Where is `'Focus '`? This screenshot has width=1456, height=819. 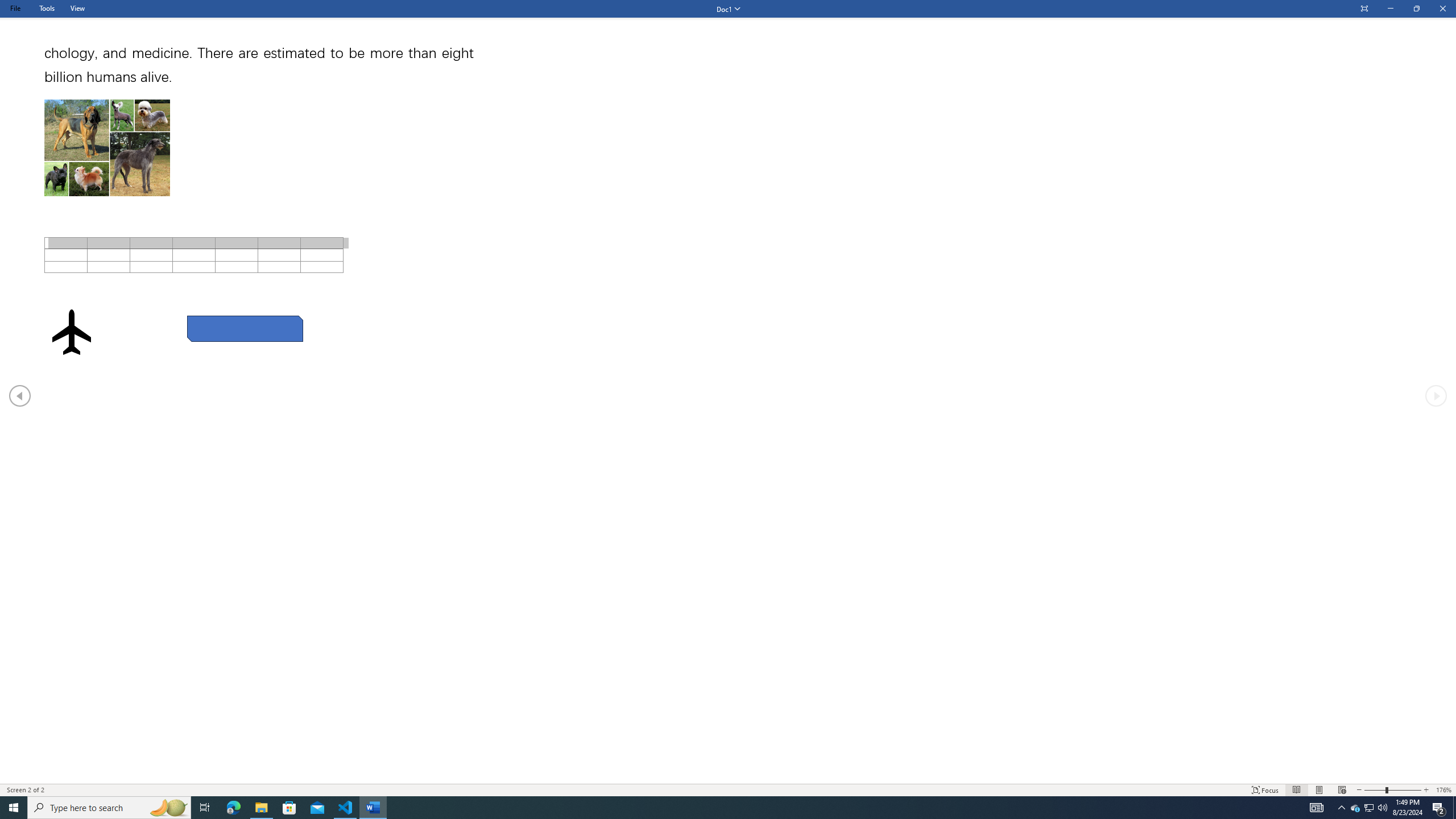
'Focus ' is located at coordinates (1265, 790).